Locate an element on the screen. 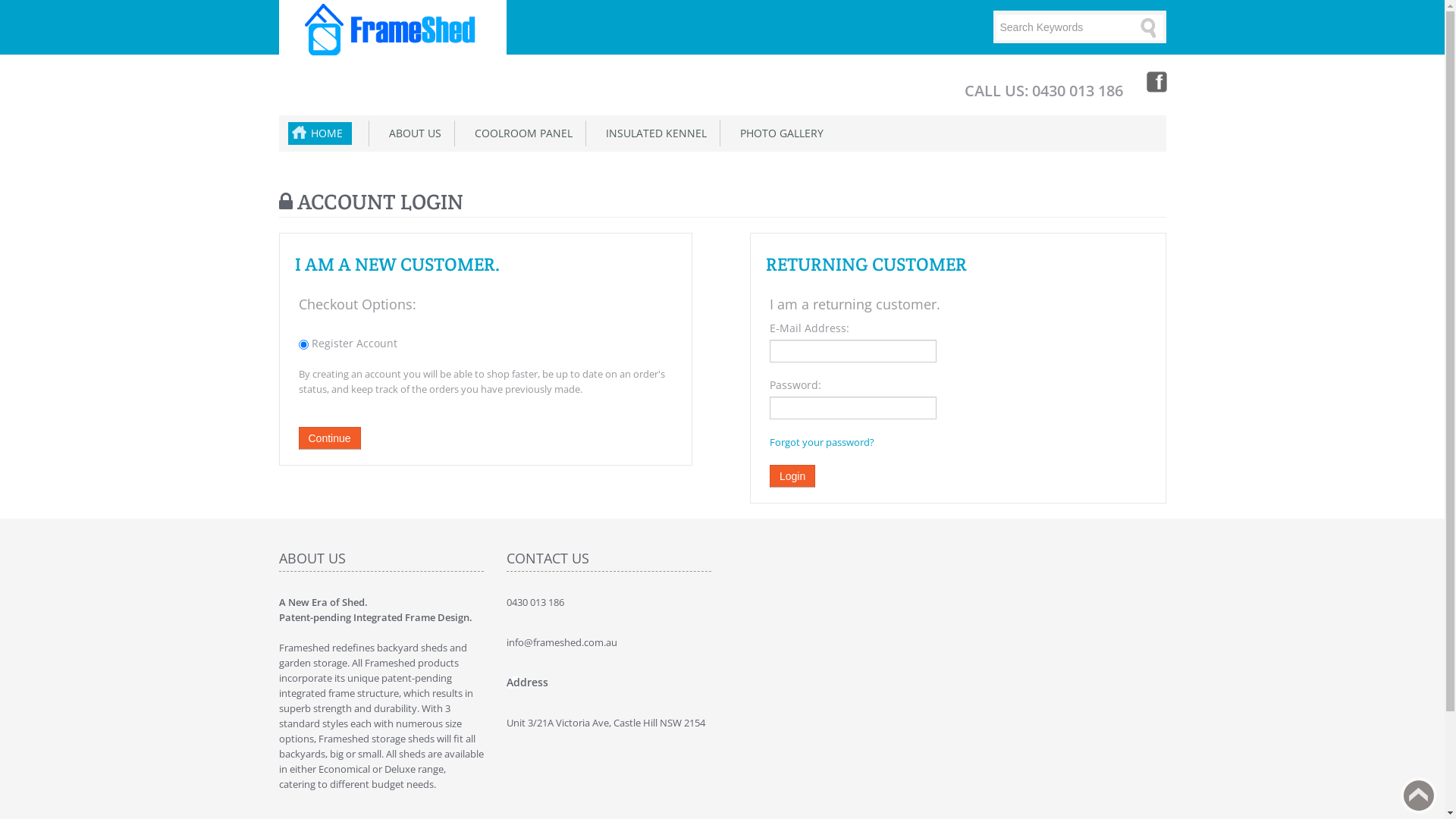  'Forgot your password?' is located at coordinates (821, 441).